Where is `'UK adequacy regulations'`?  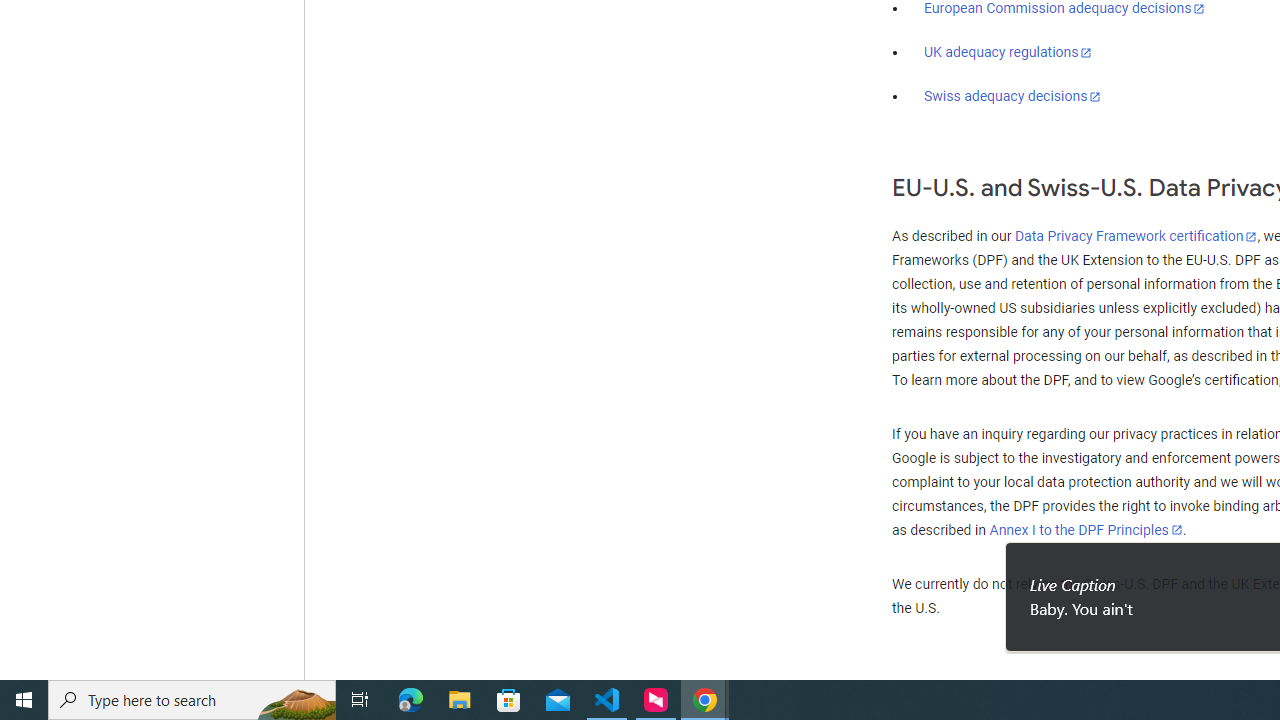 'UK adequacy regulations' is located at coordinates (1008, 51).